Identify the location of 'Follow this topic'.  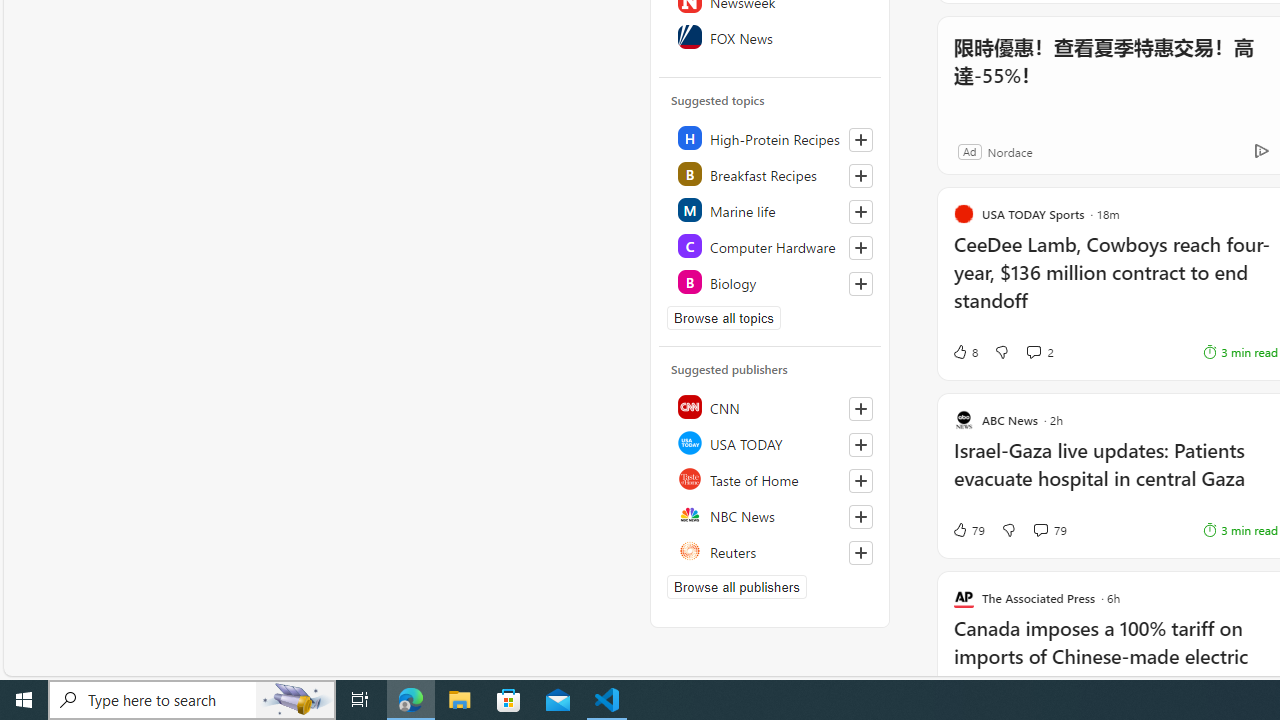
(860, 284).